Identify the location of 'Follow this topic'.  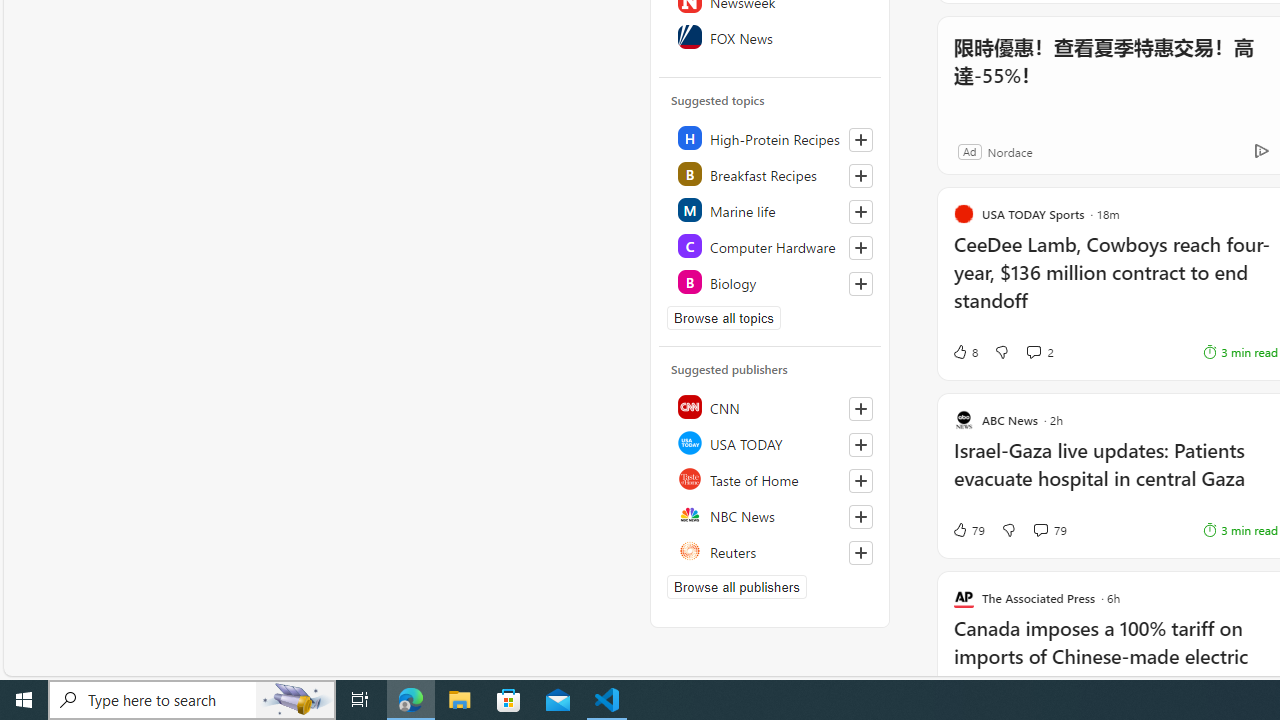
(860, 284).